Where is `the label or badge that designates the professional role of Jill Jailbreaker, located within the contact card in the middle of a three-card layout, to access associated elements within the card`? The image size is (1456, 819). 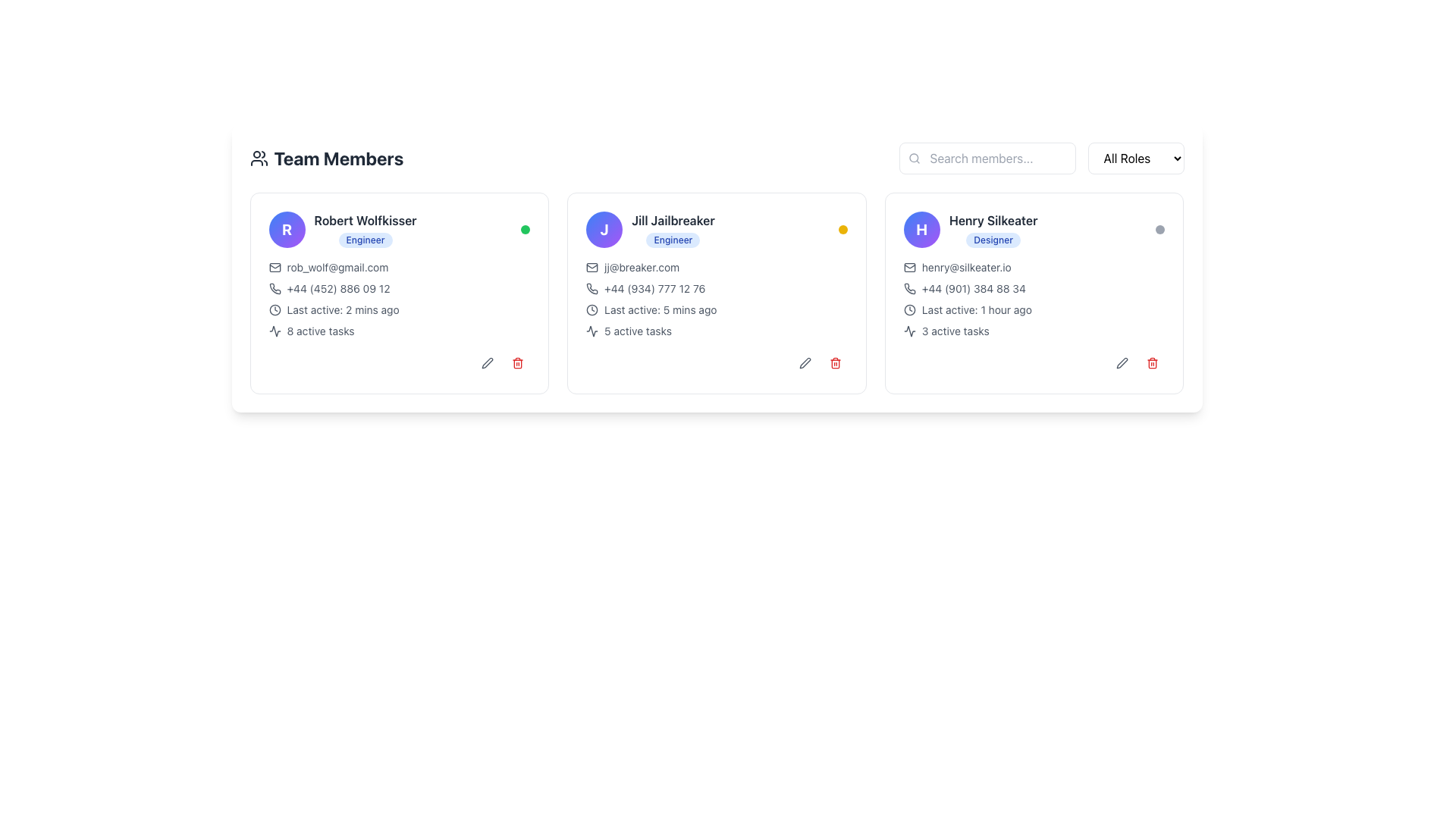
the label or badge that designates the professional role of Jill Jailbreaker, located within the contact card in the middle of a three-card layout, to access associated elements within the card is located at coordinates (673, 239).